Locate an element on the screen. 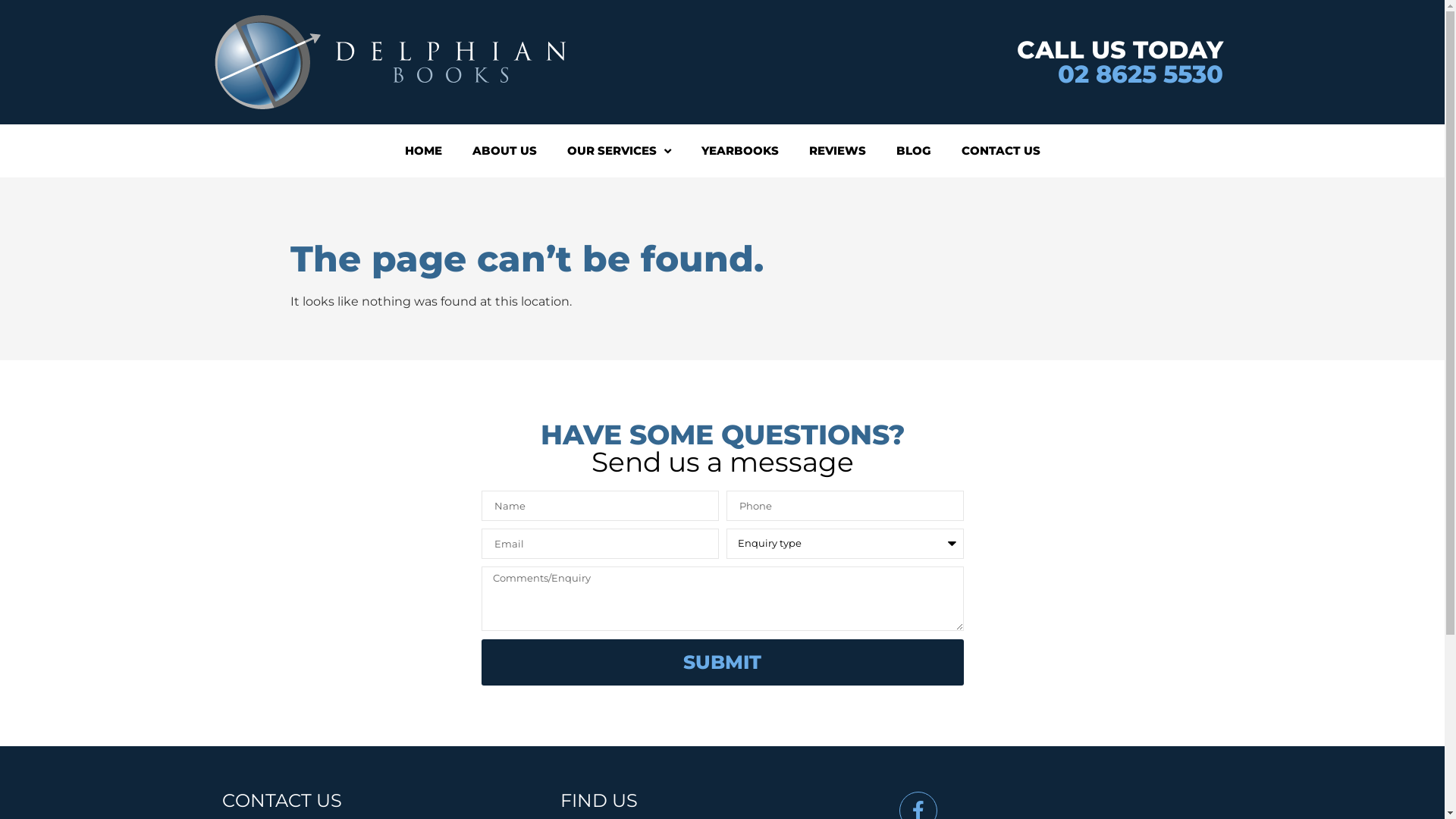 This screenshot has width=1456, height=819. 'YEARBOOKS' is located at coordinates (684, 151).